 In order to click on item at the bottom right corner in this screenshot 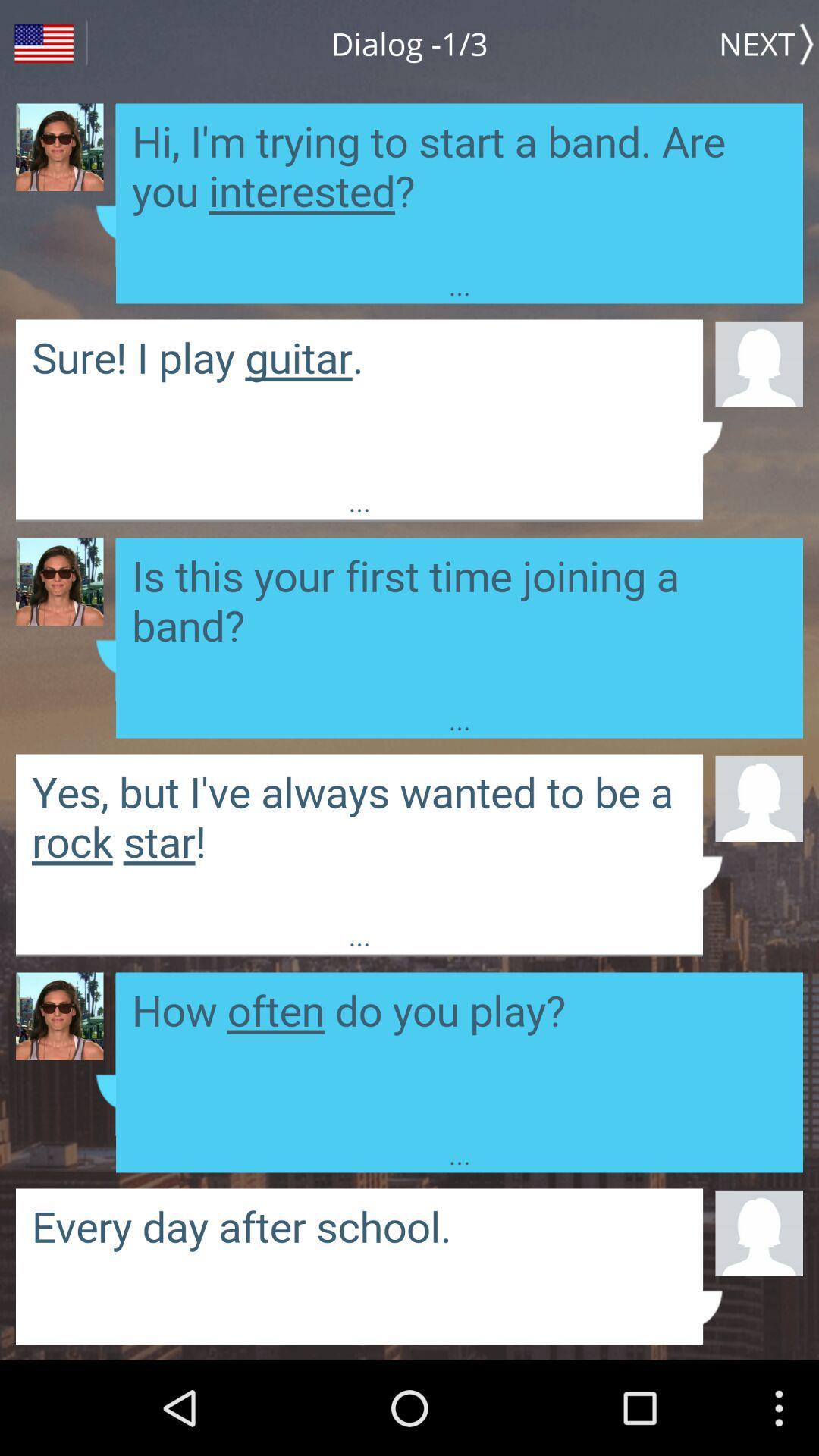, I will do `click(759, 1232)`.